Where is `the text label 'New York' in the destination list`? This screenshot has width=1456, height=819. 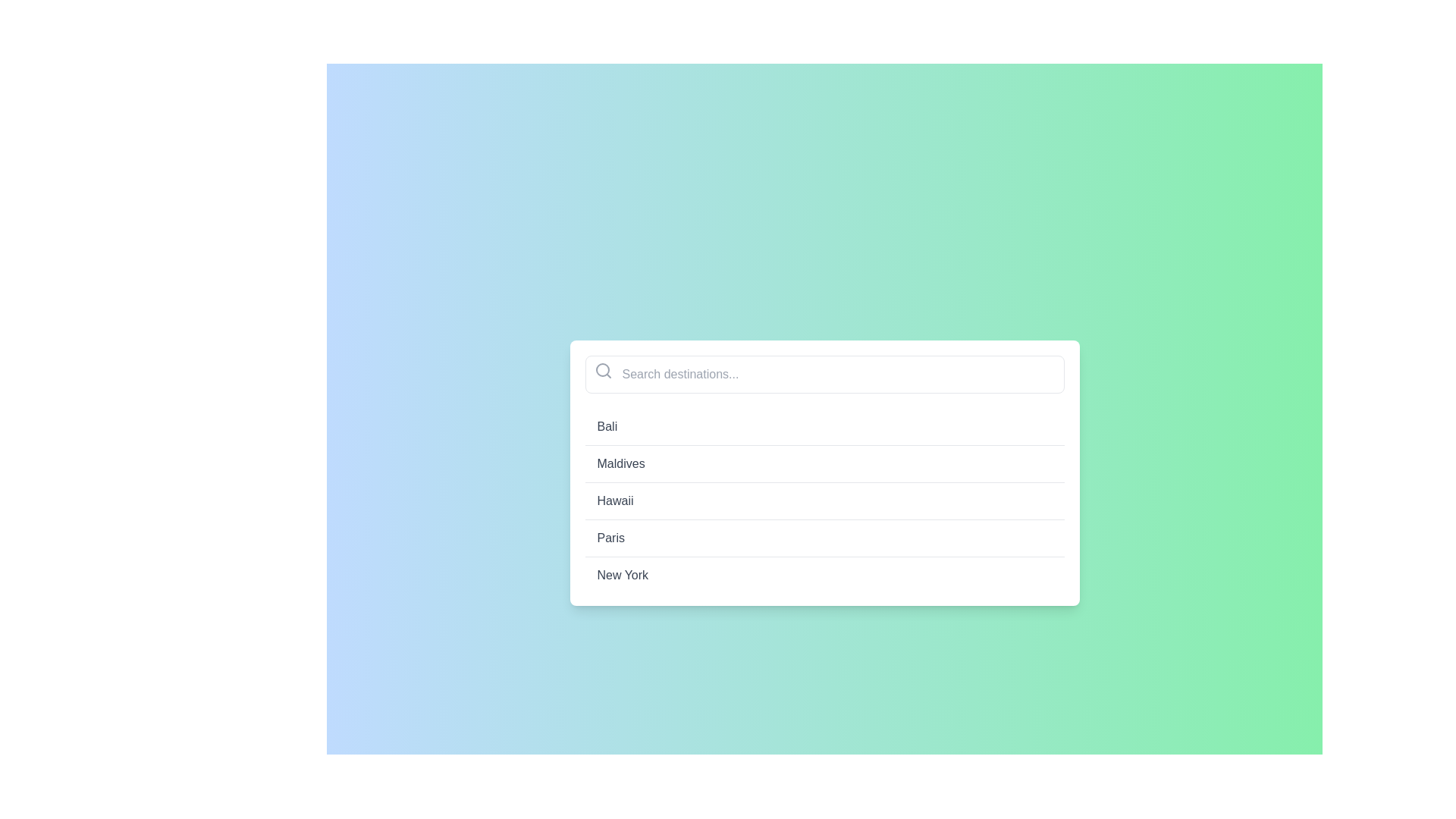
the text label 'New York' in the destination list is located at coordinates (623, 576).